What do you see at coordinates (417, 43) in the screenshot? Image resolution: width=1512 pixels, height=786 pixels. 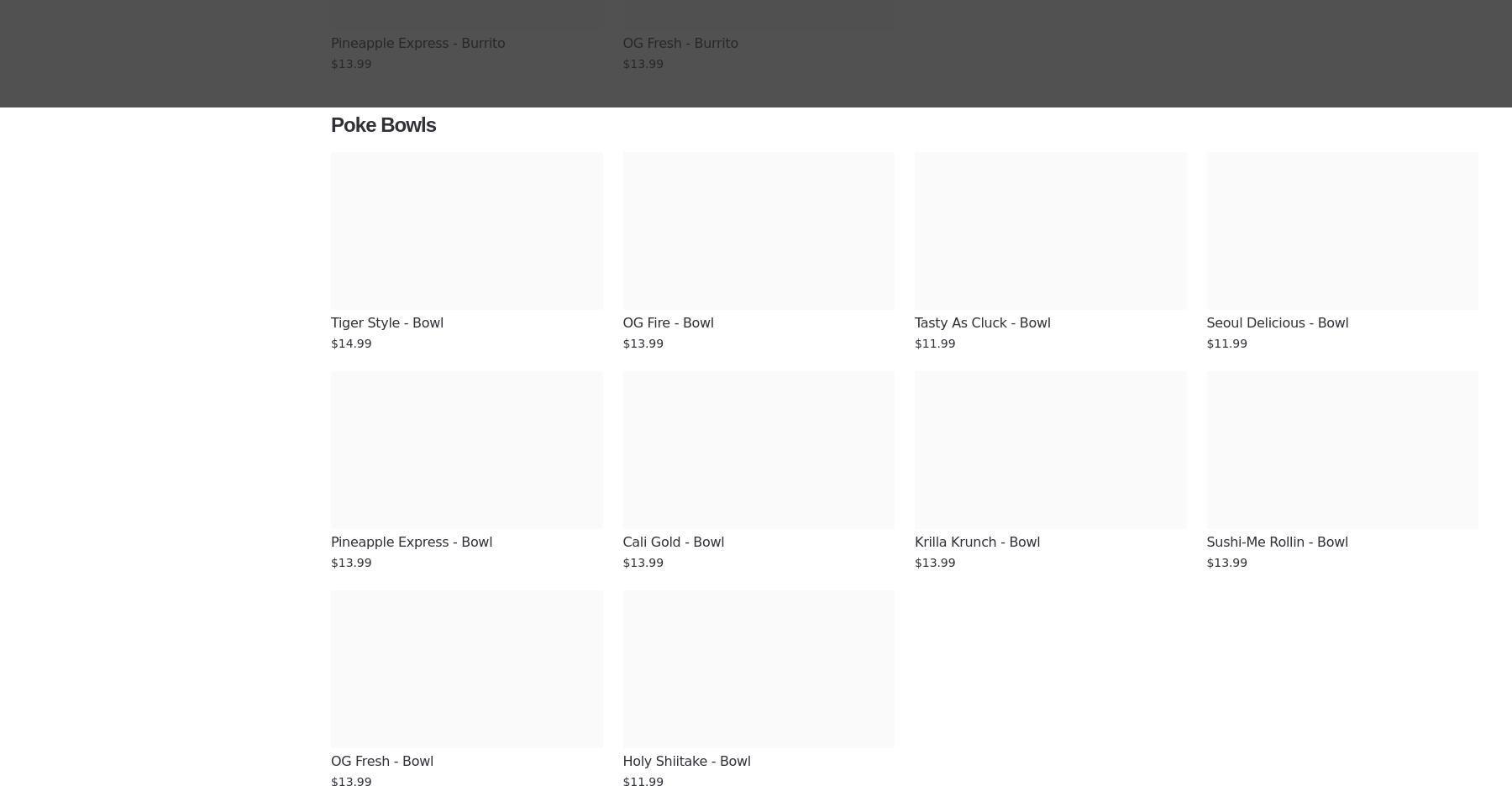 I see `'Pineapple Express - Burrito'` at bounding box center [417, 43].